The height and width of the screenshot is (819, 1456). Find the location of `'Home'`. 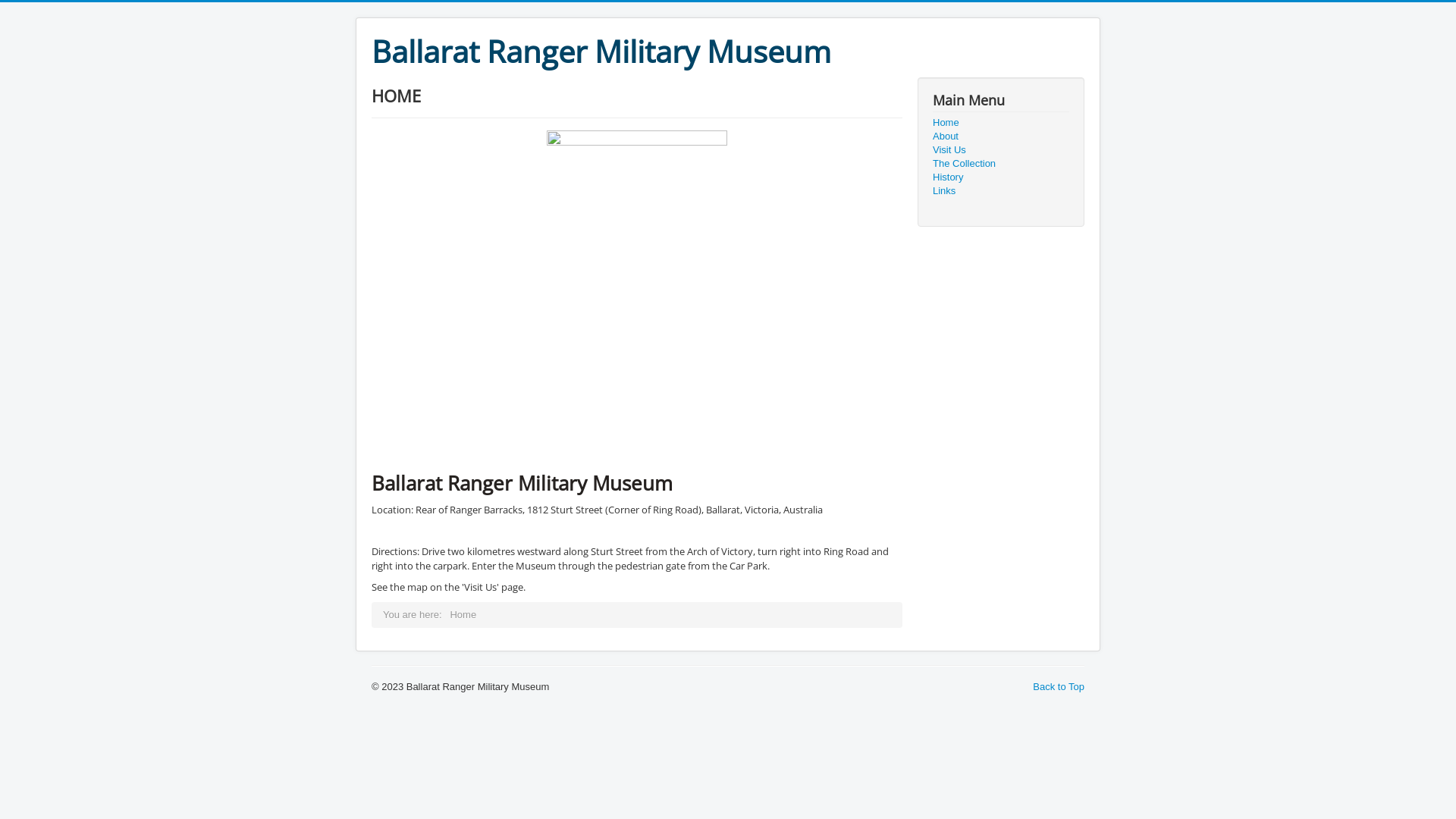

'Home' is located at coordinates (1001, 122).